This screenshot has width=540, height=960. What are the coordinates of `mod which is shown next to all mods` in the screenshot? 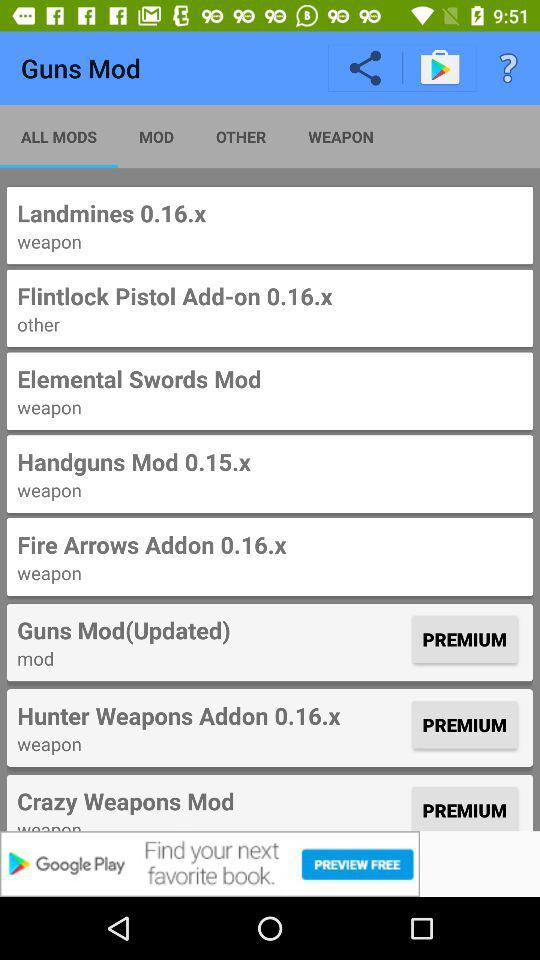 It's located at (155, 135).